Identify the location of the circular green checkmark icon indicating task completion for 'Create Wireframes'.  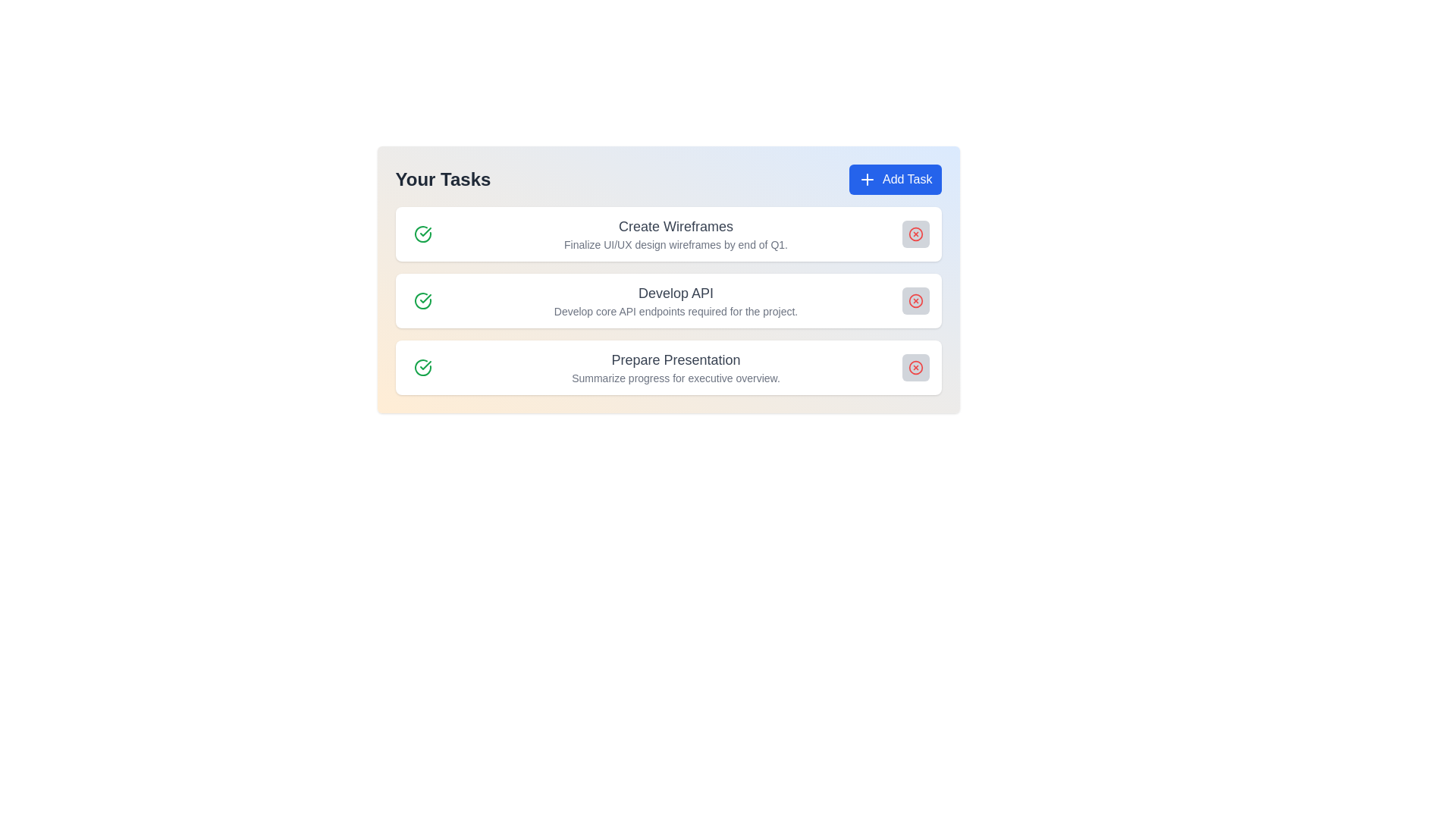
(422, 234).